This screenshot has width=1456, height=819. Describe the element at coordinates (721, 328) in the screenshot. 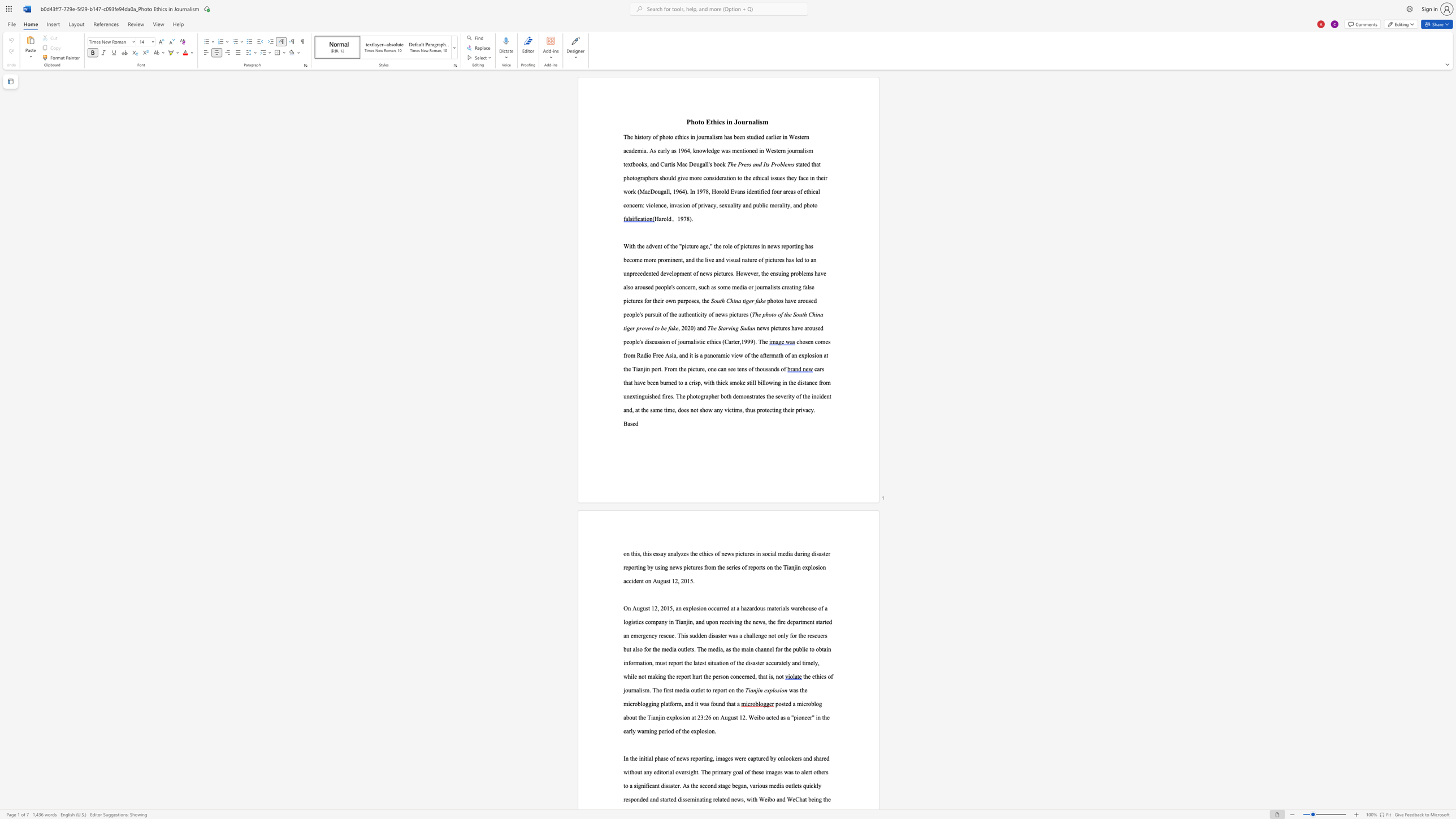

I see `the subset text "tarving S" within the text "The Starving Sudan"` at that location.